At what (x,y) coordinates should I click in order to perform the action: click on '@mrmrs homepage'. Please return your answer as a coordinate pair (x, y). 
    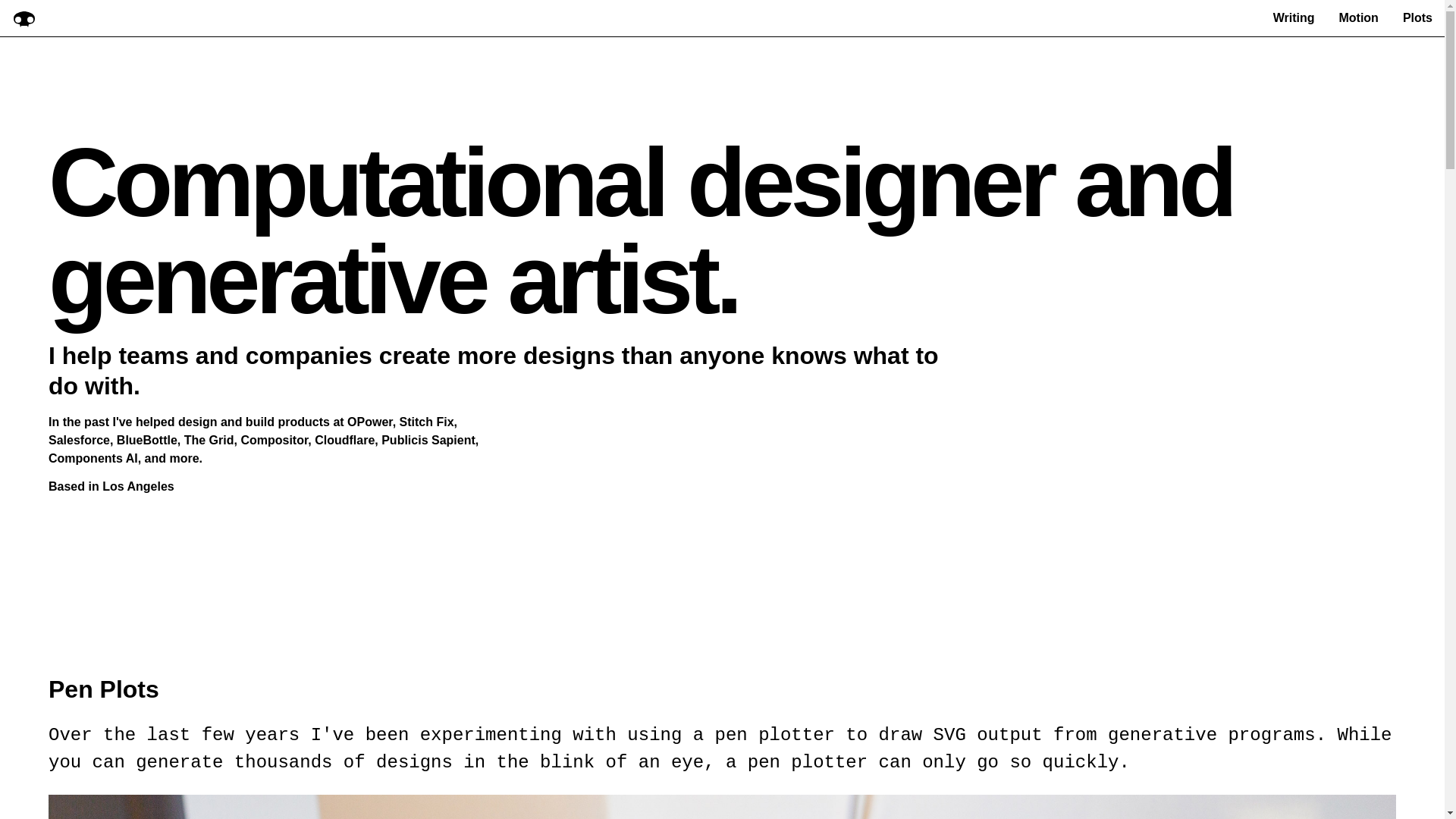
    Looking at the image, I should click on (24, 17).